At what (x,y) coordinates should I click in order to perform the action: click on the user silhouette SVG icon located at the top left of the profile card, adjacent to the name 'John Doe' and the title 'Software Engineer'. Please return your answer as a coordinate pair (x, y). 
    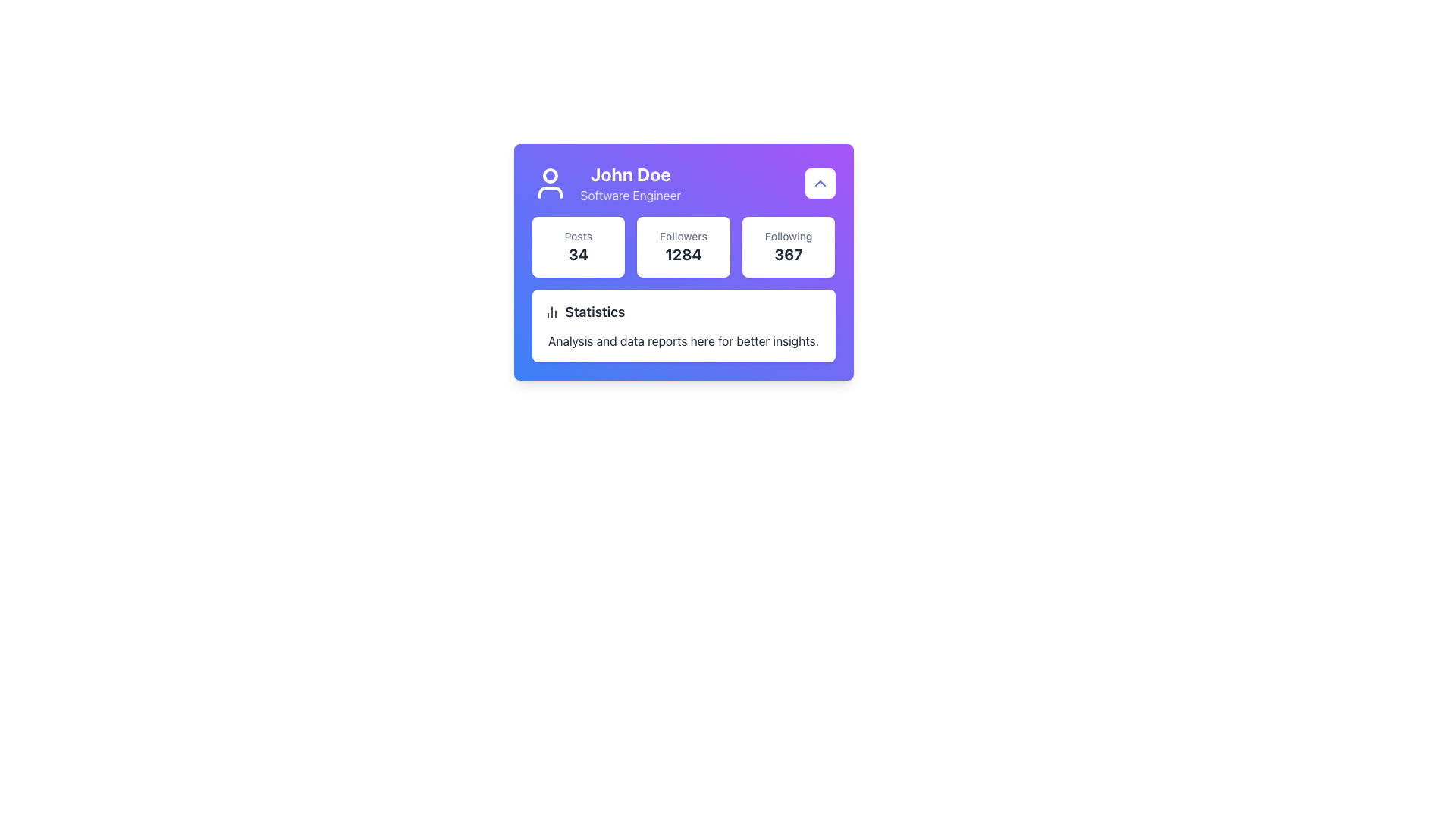
    Looking at the image, I should click on (549, 183).